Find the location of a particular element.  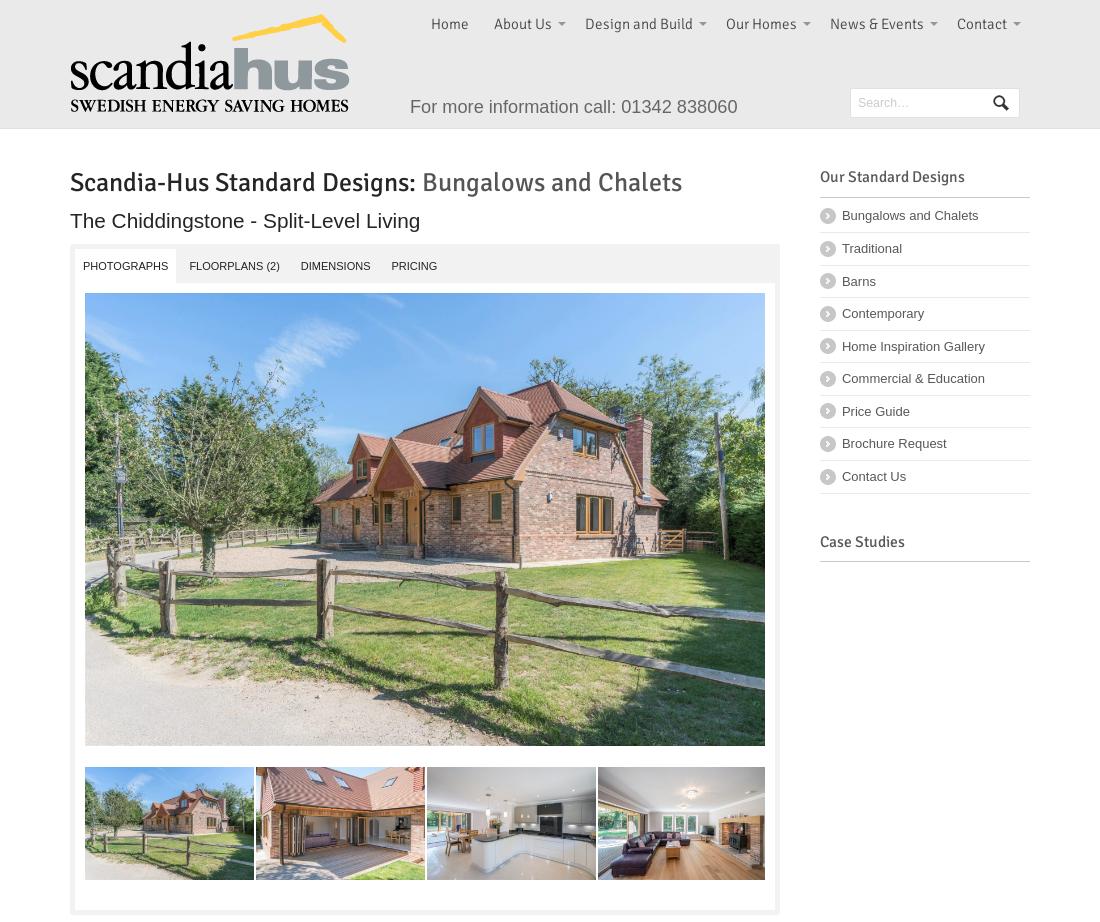

'Home' is located at coordinates (449, 23).